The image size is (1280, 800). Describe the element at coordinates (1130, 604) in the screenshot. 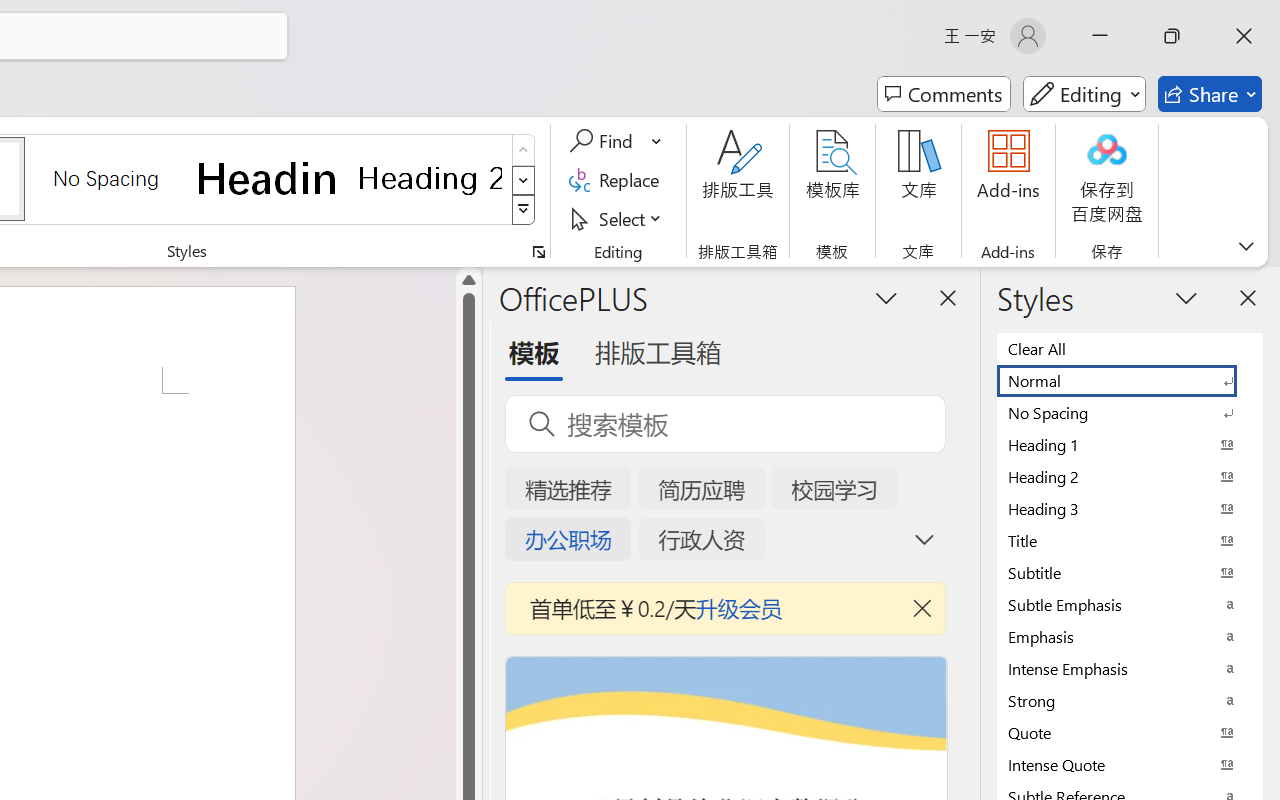

I see `'Subtle Emphasis'` at that location.